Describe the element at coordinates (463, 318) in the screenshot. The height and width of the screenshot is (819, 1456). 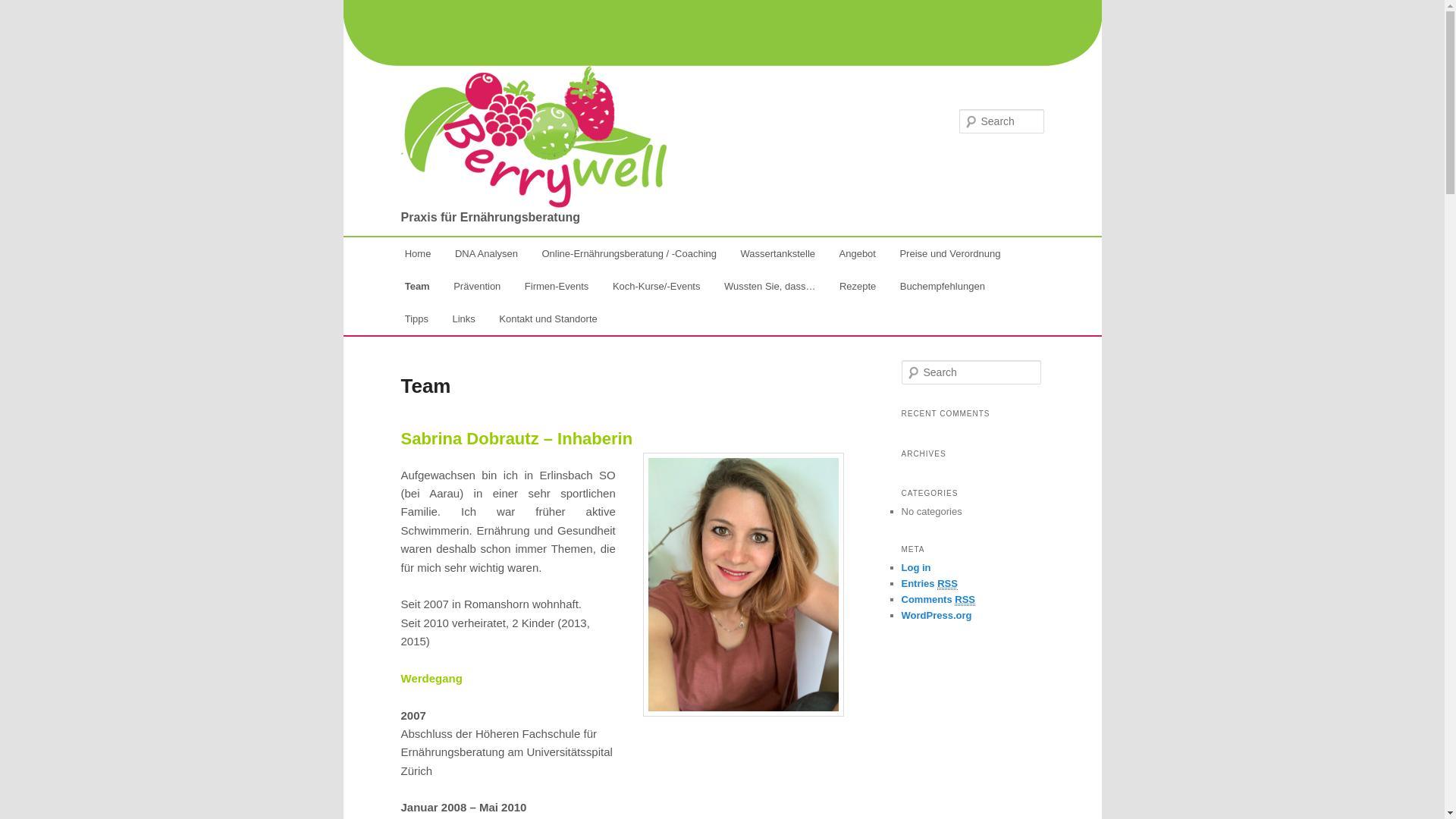
I see `'Links'` at that location.